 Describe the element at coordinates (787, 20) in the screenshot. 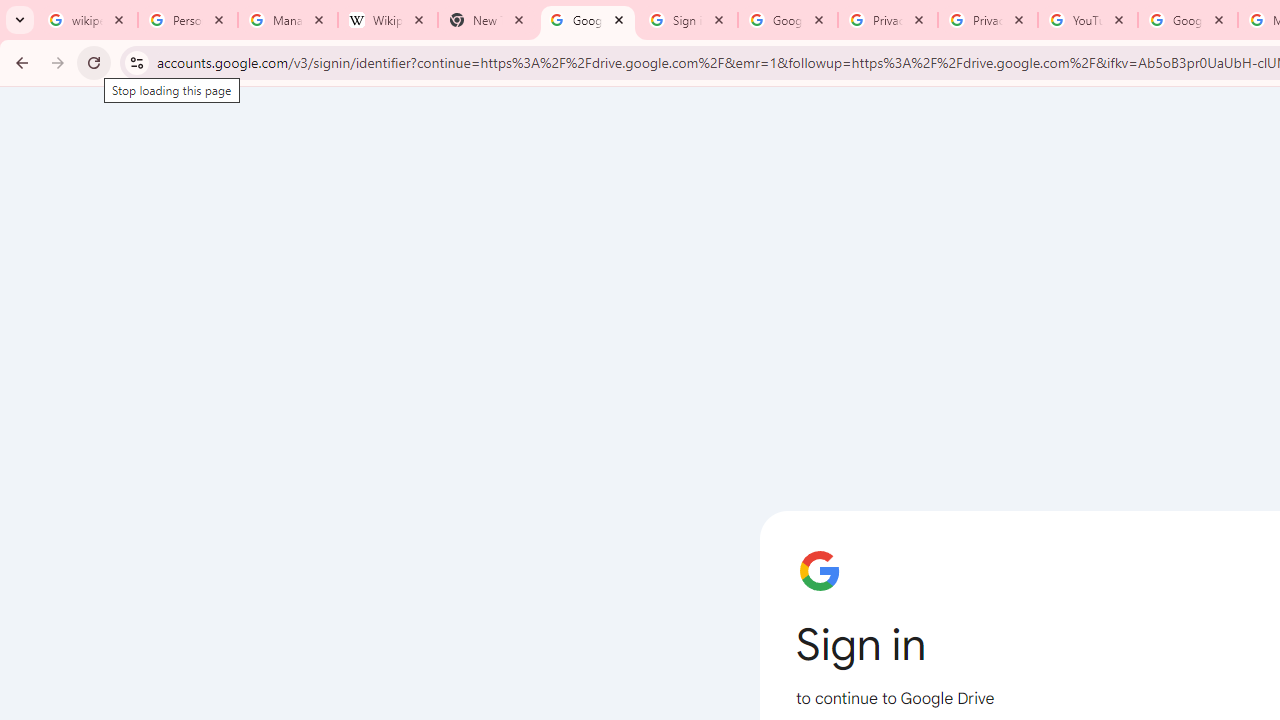

I see `'Google Drive: Sign-in'` at that location.